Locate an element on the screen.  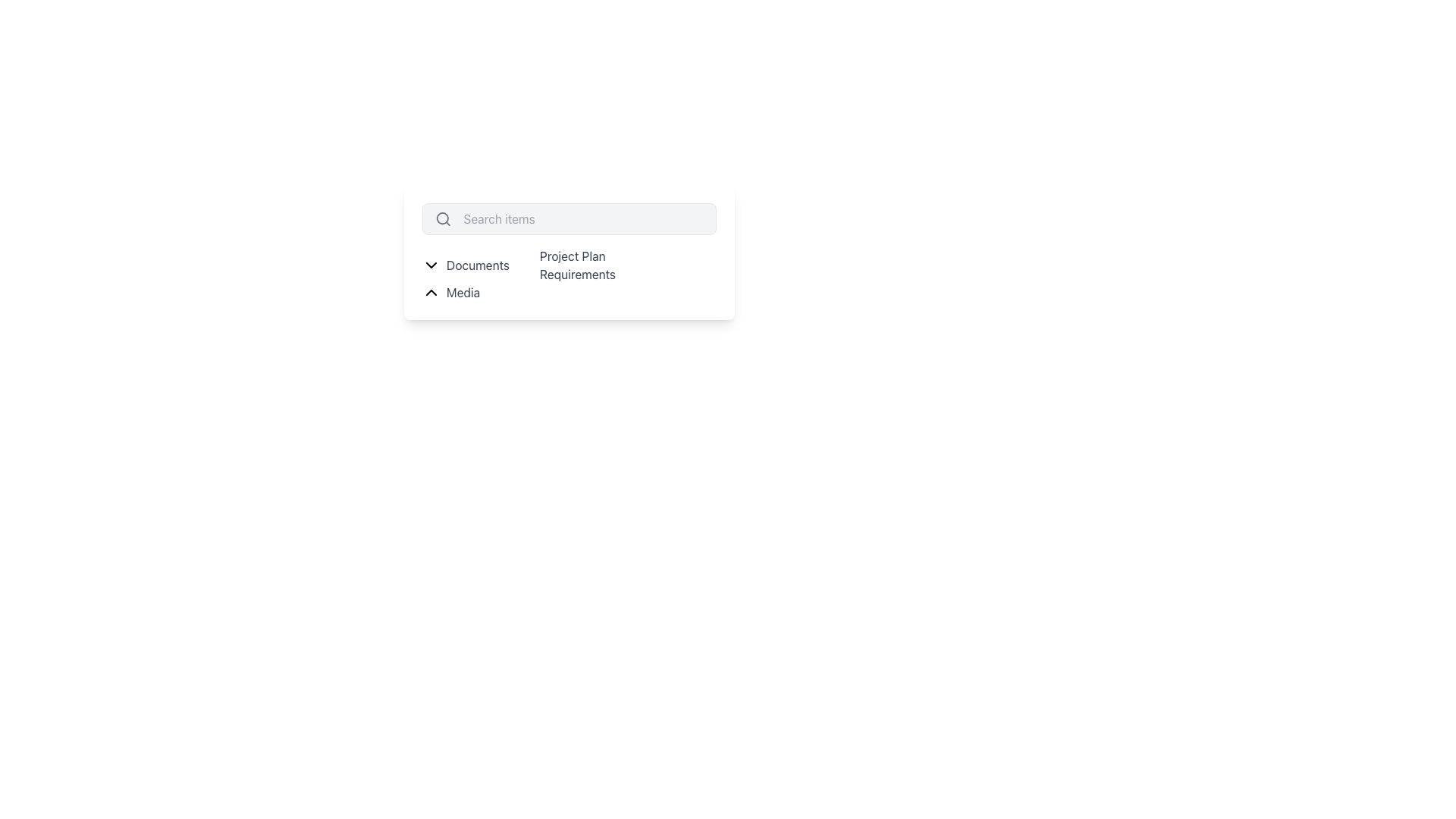
the toggle button (chevron) located to the left of the 'Documents' text is located at coordinates (431, 265).